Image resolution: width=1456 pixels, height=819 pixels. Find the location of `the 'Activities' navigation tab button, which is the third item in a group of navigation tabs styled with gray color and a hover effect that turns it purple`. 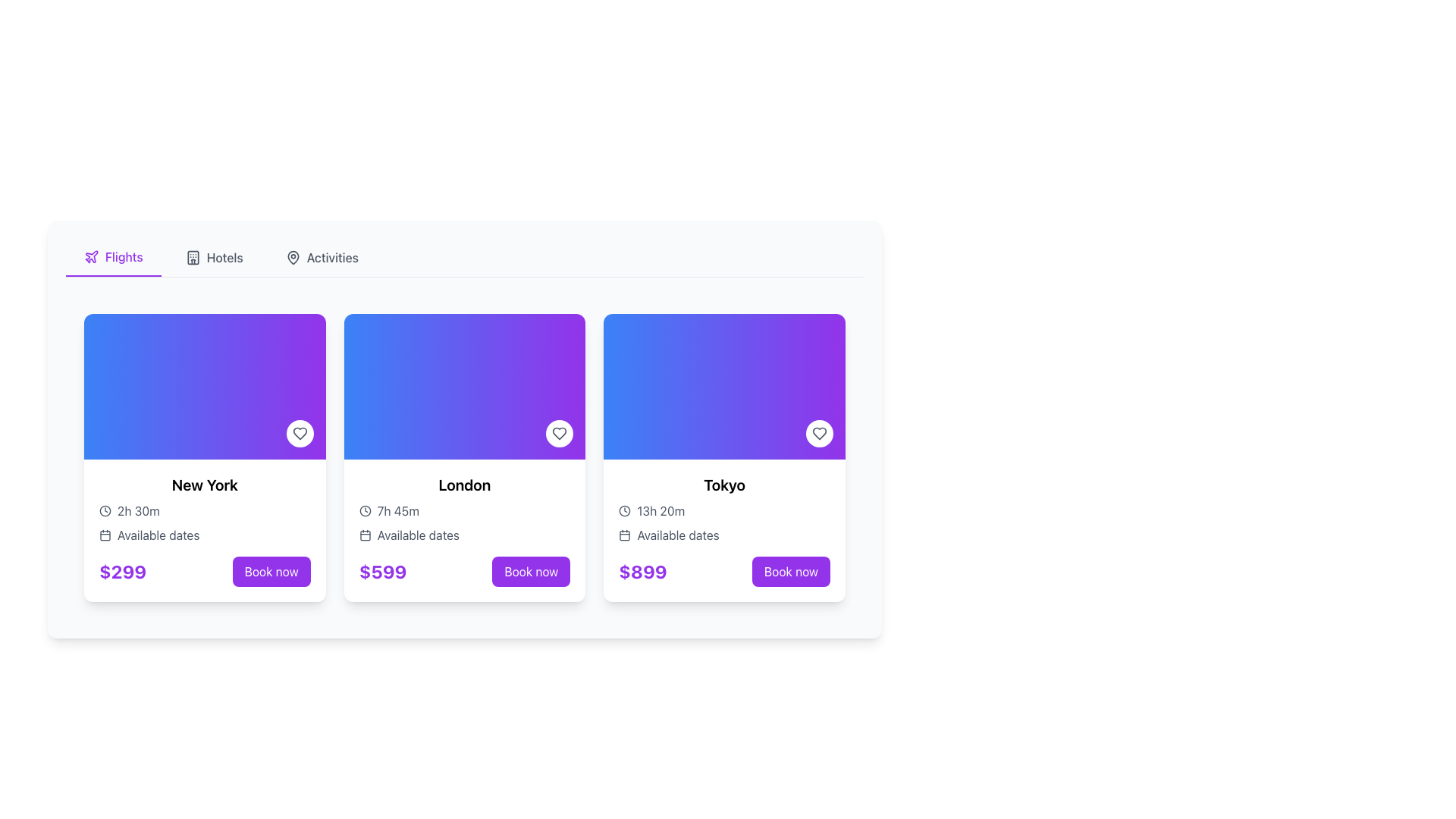

the 'Activities' navigation tab button, which is the third item in a group of navigation tabs styled with gray color and a hover effect that turns it purple is located at coordinates (321, 256).